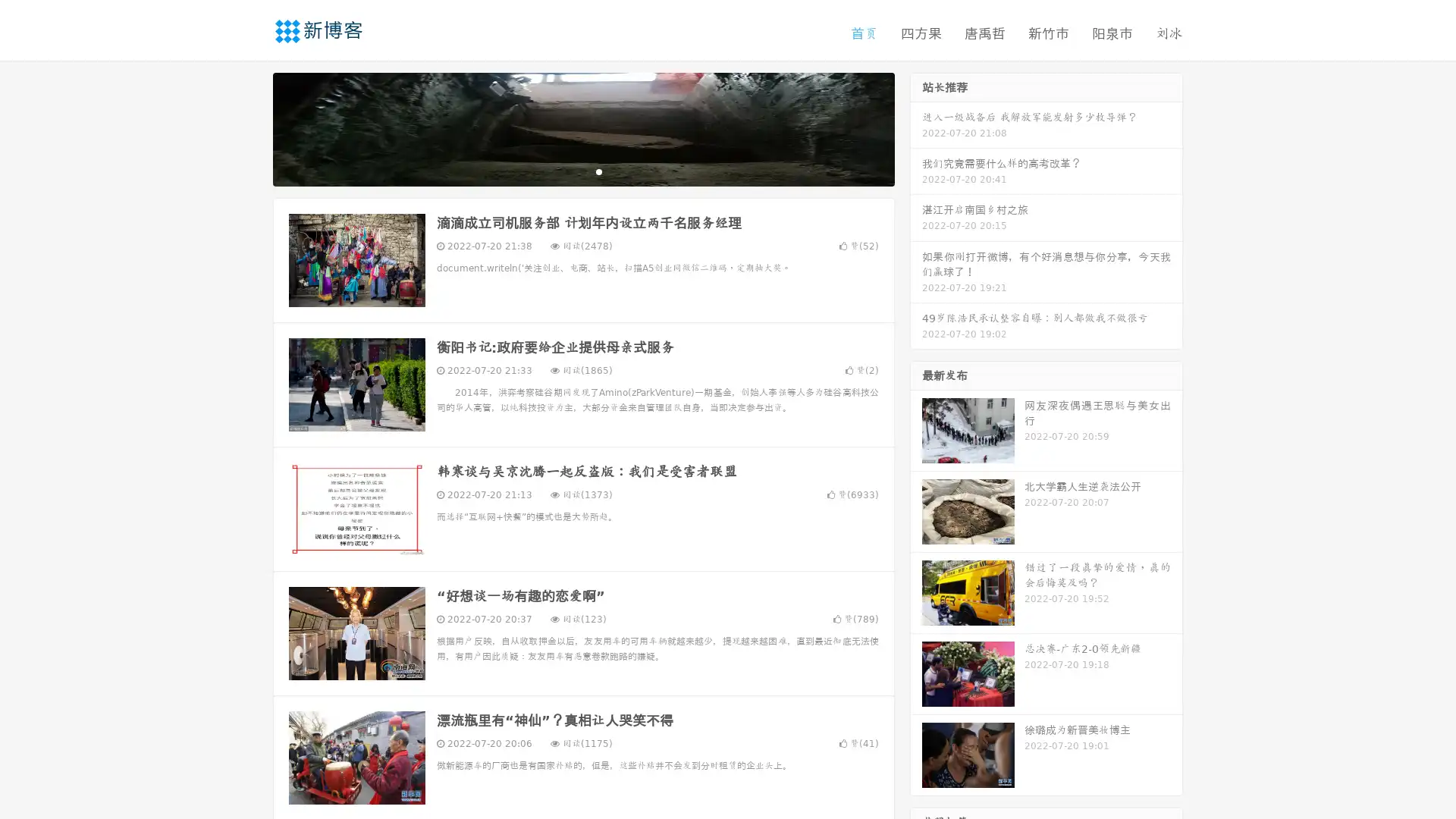  I want to click on Go to slide 2, so click(582, 171).